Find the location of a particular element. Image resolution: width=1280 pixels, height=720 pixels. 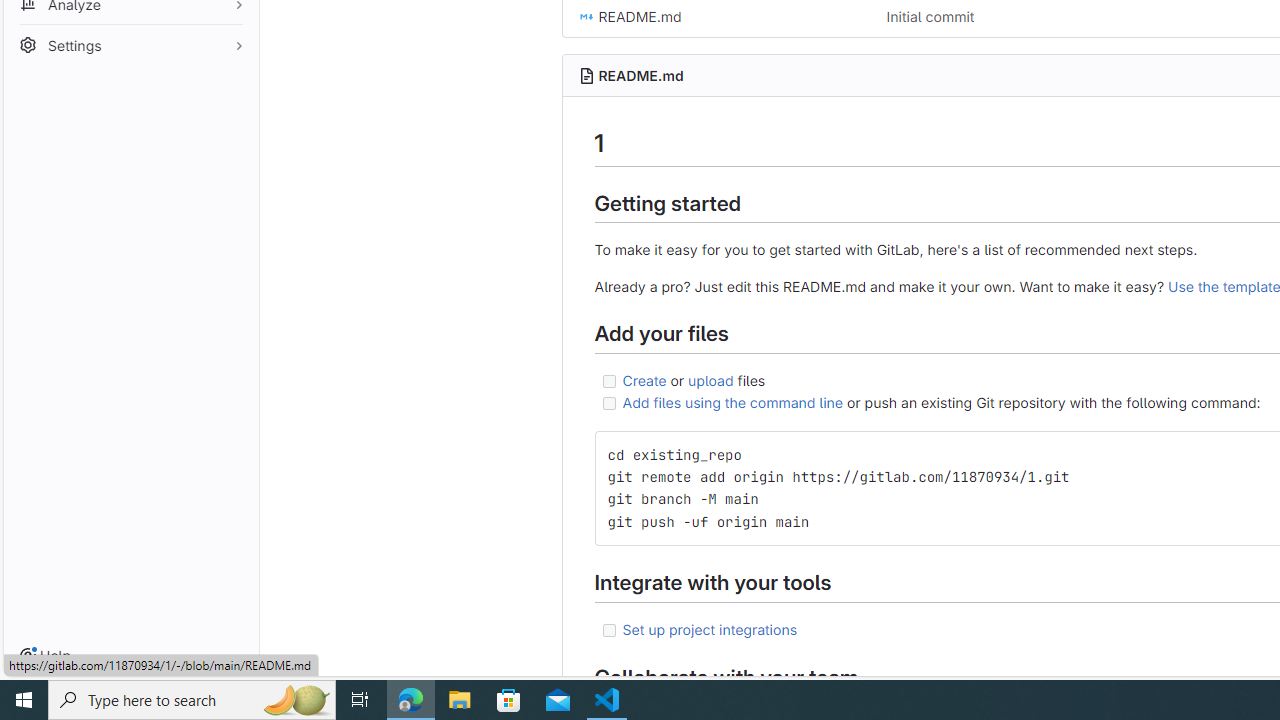

'Add files using the command line' is located at coordinates (731, 402).